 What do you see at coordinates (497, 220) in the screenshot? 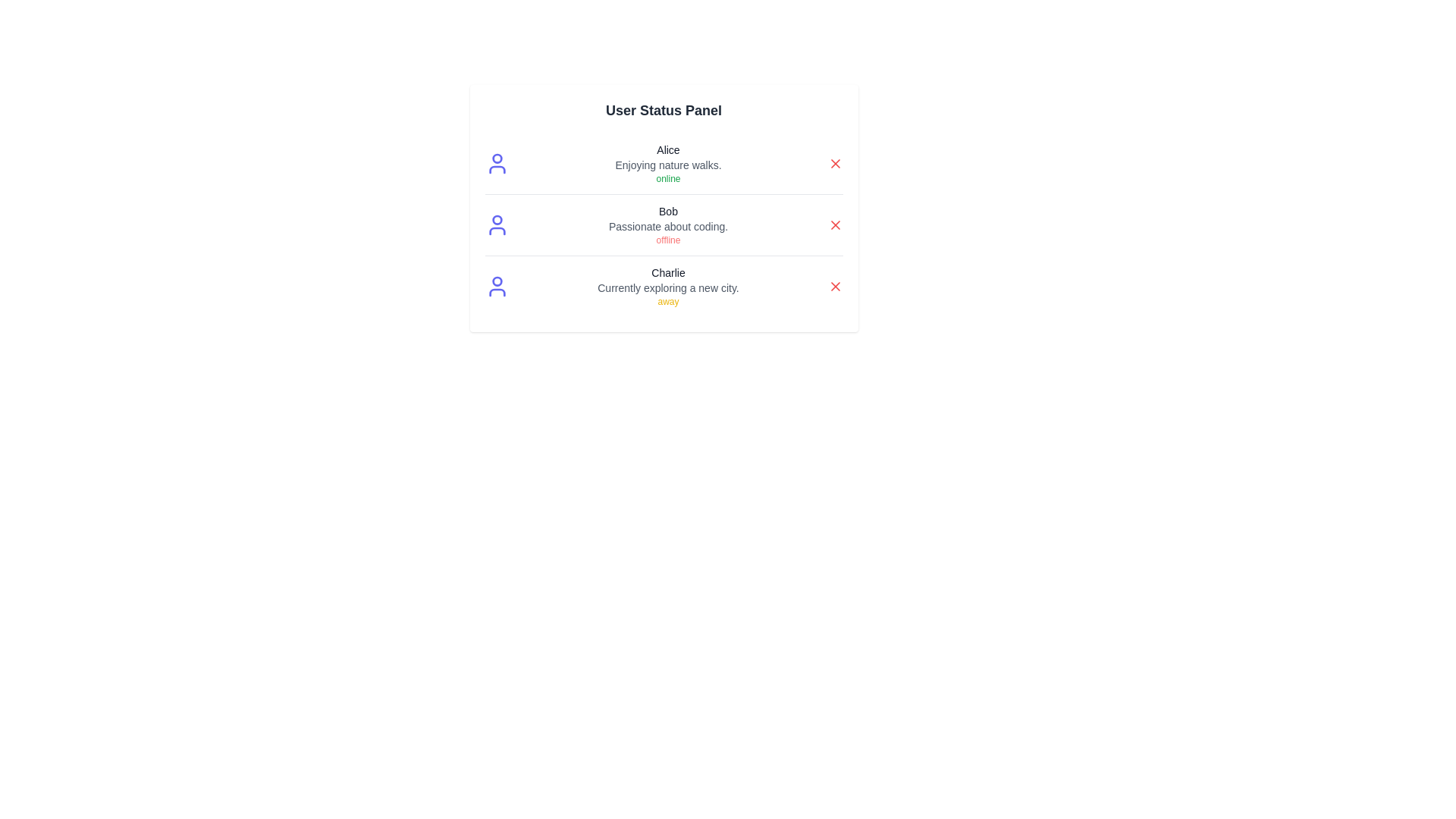
I see `the SVG circle graphical component located within the user icon of the second user ('Bob')` at bounding box center [497, 220].